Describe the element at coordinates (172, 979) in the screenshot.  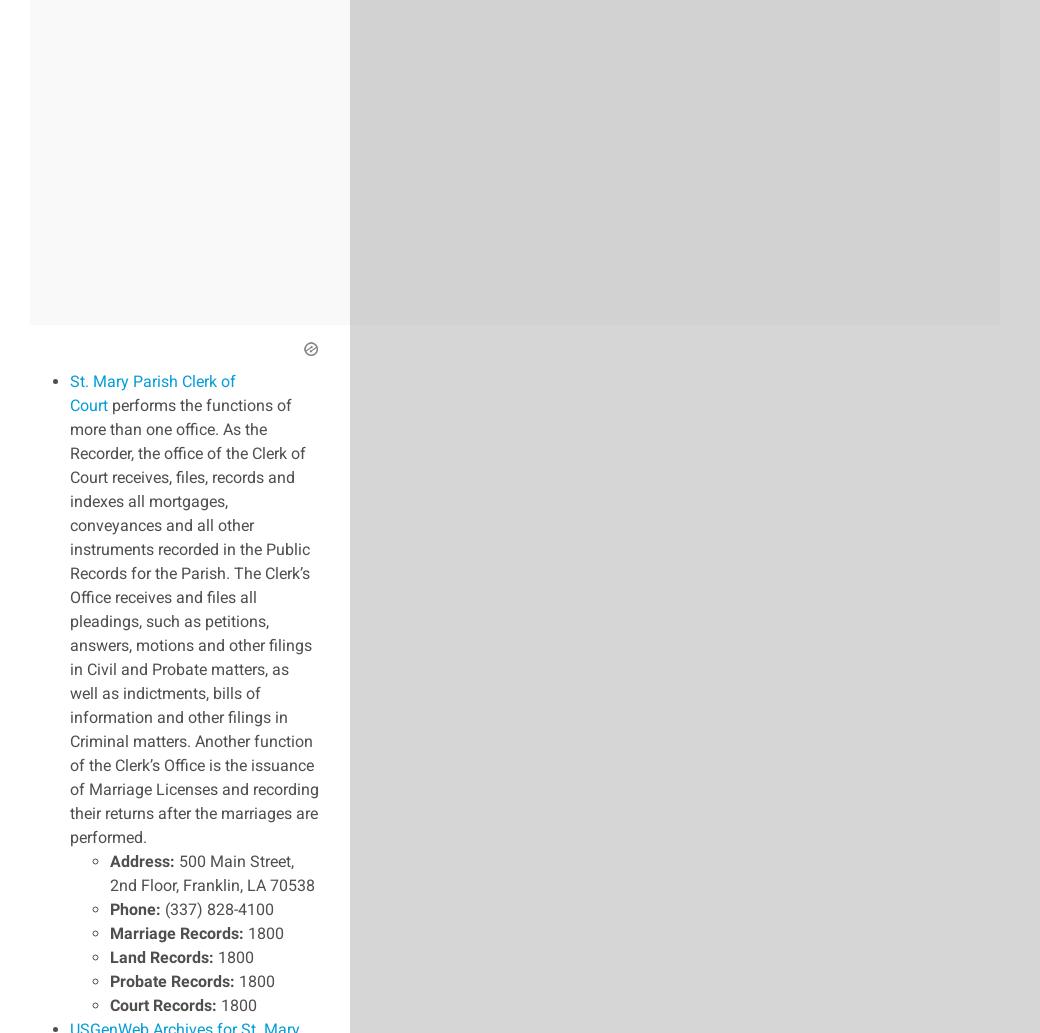
I see `'Probate Records:'` at that location.